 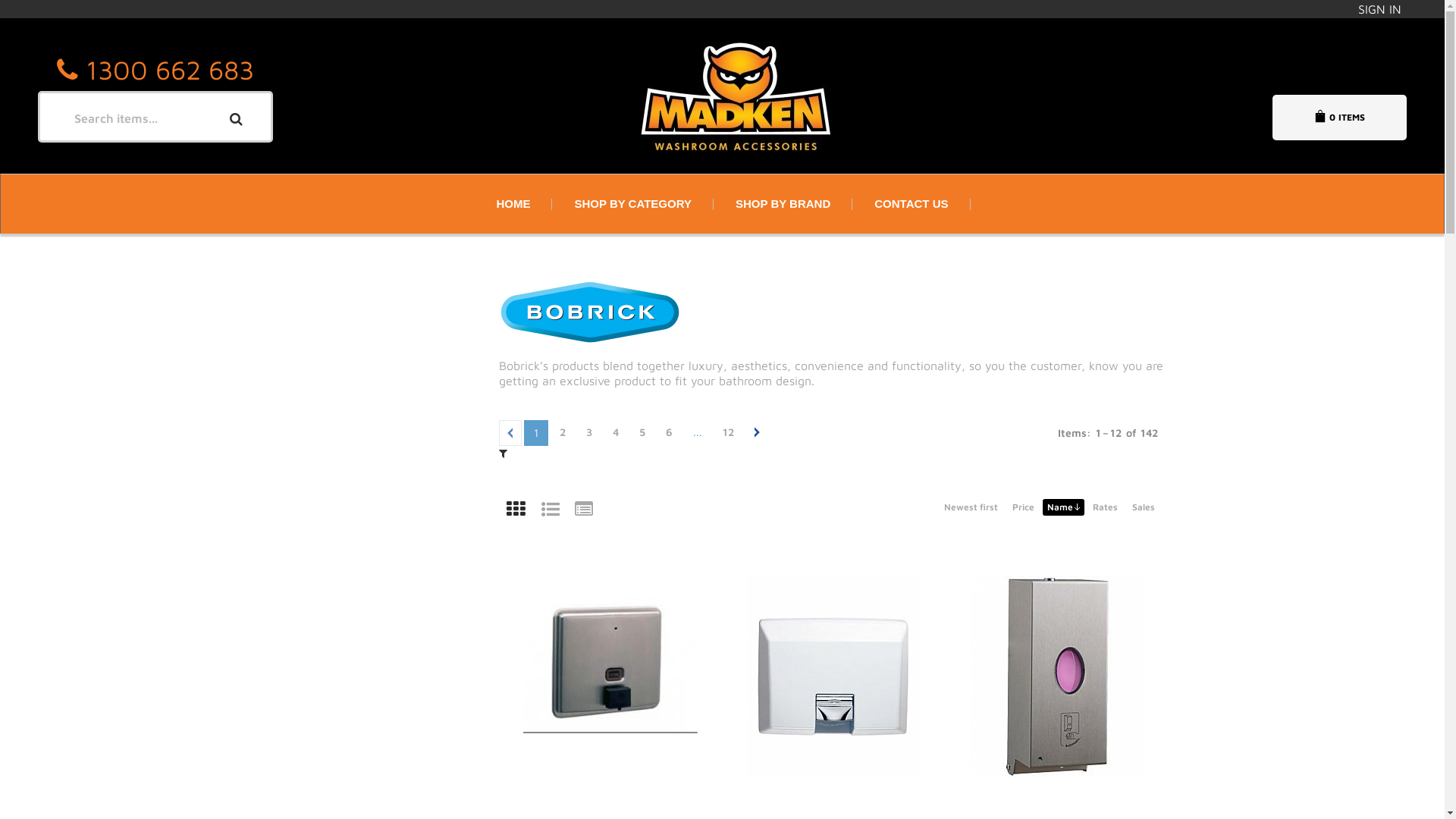 What do you see at coordinates (562, 432) in the screenshot?
I see `'2'` at bounding box center [562, 432].